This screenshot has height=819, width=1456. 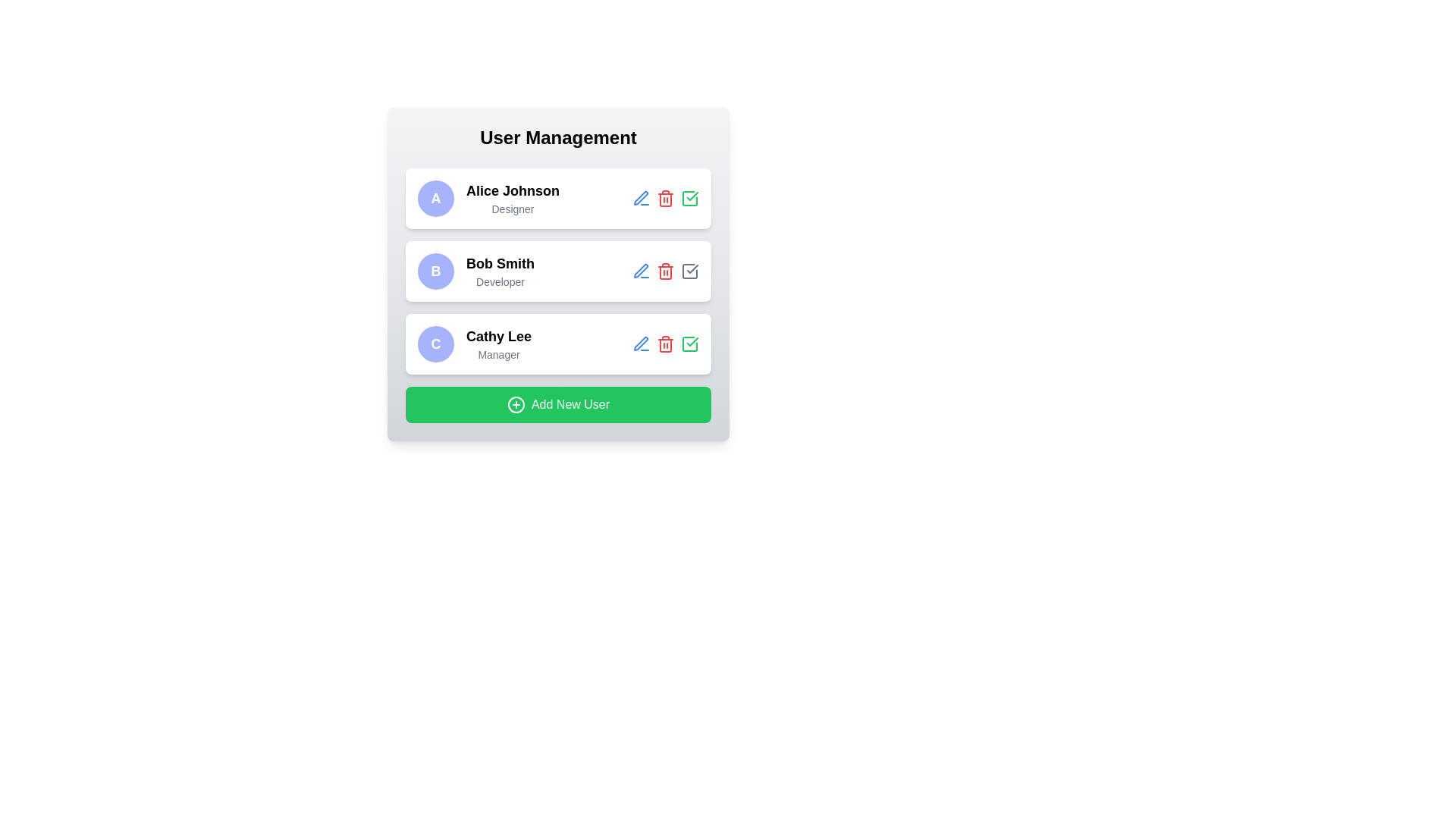 I want to click on the checkbox for 'Bob Smith' in the user management list, so click(x=689, y=271).